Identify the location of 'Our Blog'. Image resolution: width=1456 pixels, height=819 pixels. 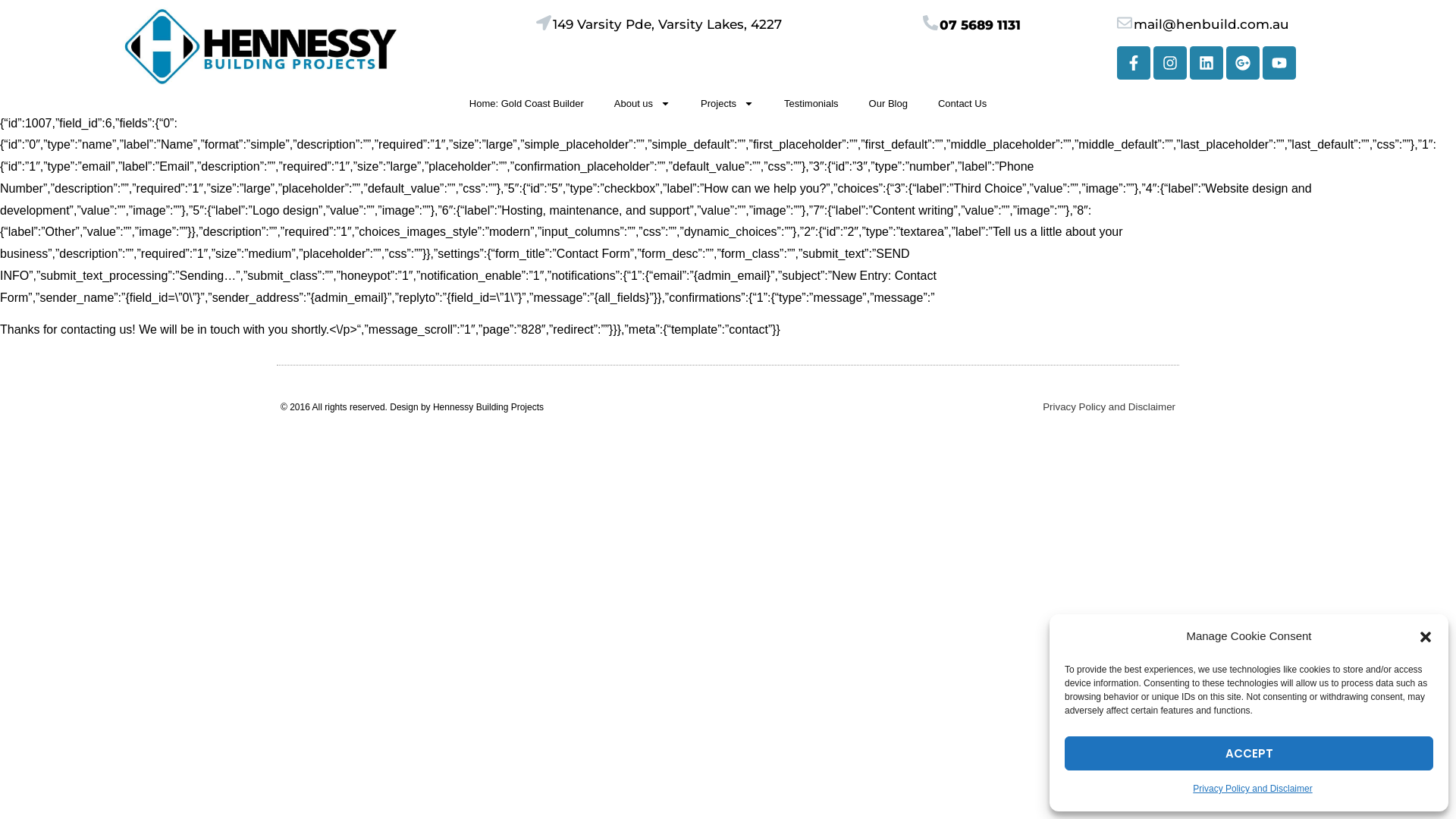
(888, 102).